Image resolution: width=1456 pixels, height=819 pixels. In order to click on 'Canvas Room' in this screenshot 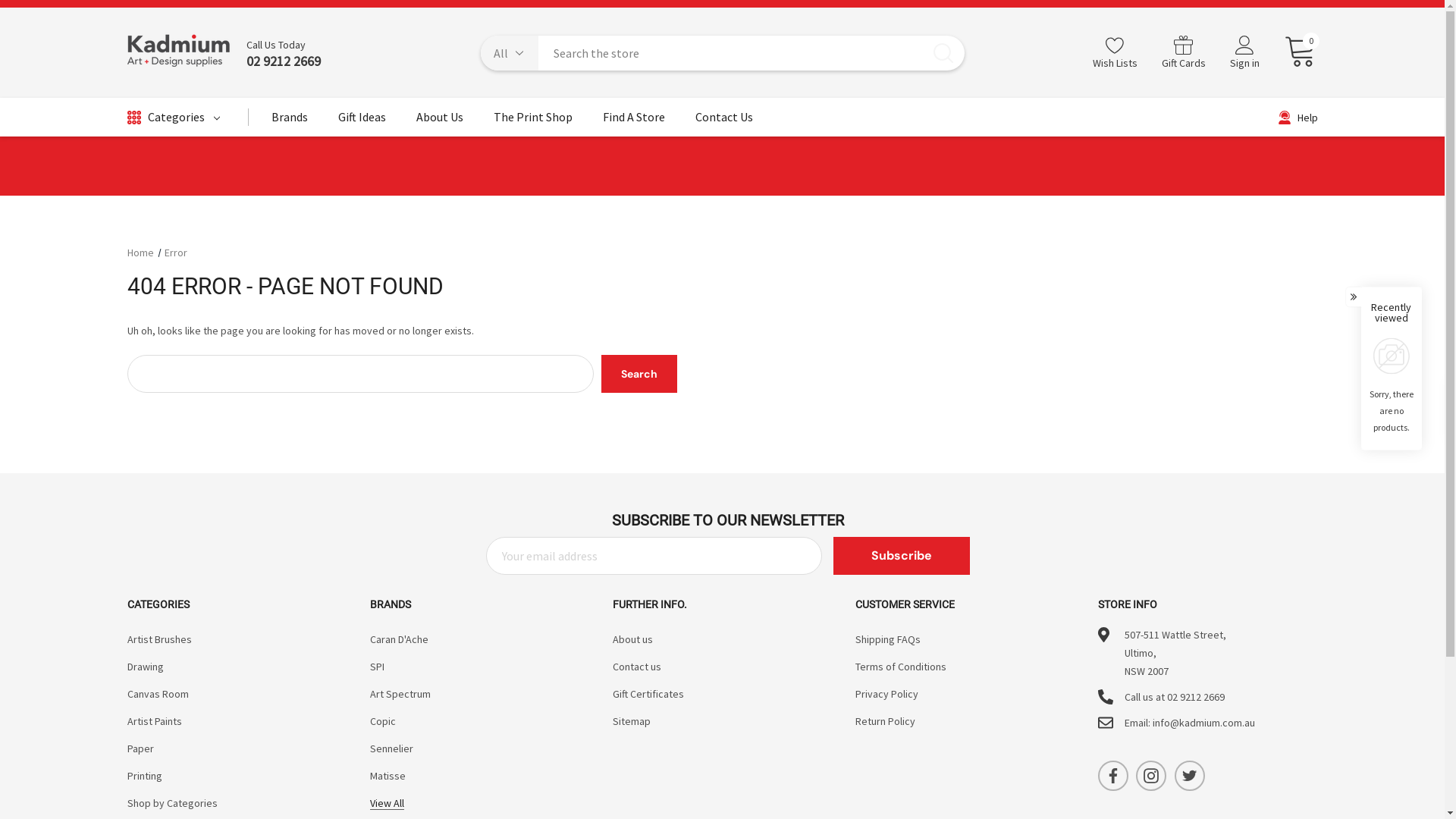, I will do `click(158, 693)`.